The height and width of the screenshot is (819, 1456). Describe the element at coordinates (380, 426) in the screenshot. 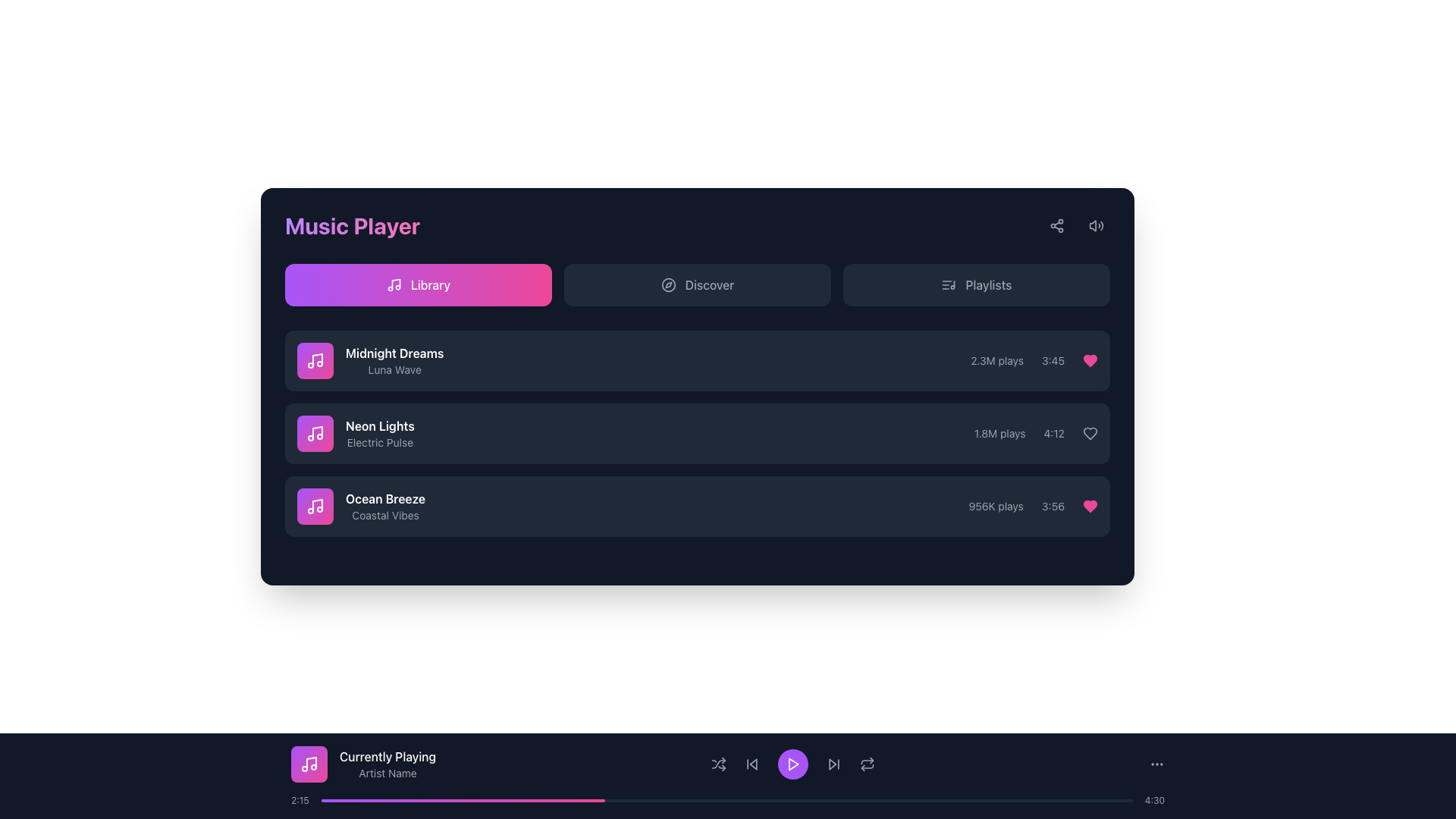

I see `the title text of the second track in the music player's library section, which is positioned above the subtitle 'Electric Pulse'` at that location.